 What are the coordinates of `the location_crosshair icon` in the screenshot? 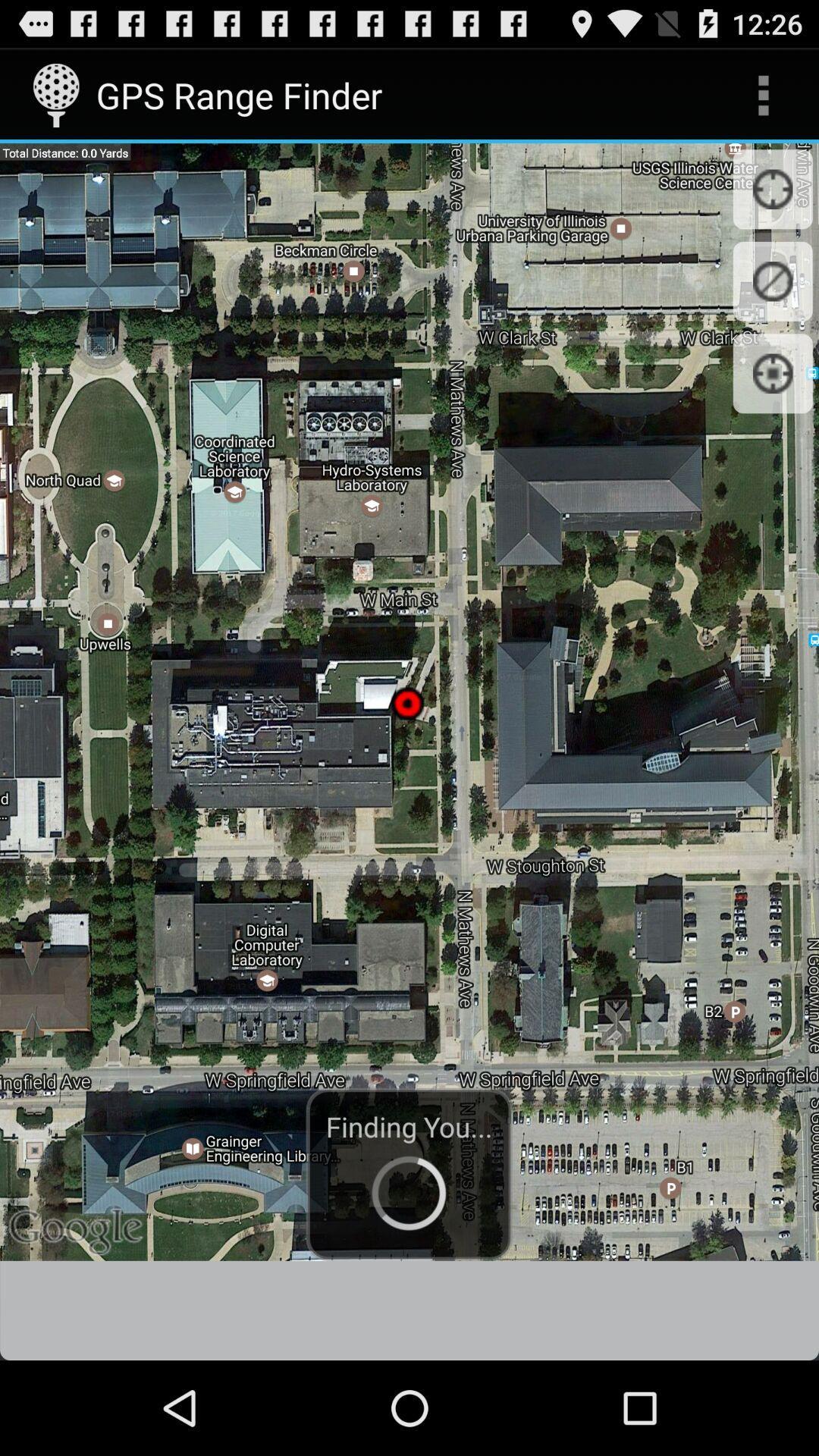 It's located at (773, 400).